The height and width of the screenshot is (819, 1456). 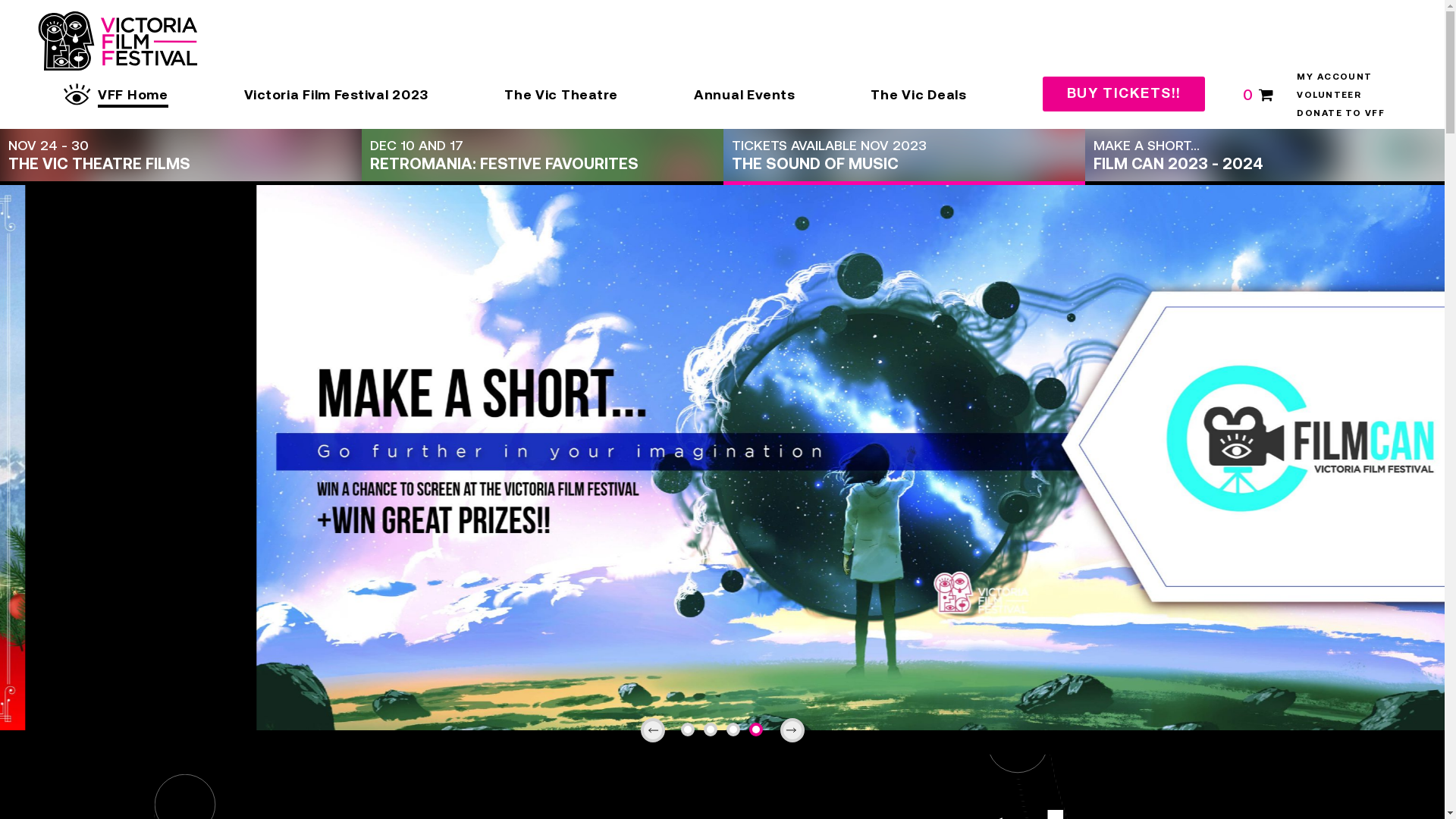 What do you see at coordinates (560, 93) in the screenshot?
I see `'The Vic Theatre'` at bounding box center [560, 93].